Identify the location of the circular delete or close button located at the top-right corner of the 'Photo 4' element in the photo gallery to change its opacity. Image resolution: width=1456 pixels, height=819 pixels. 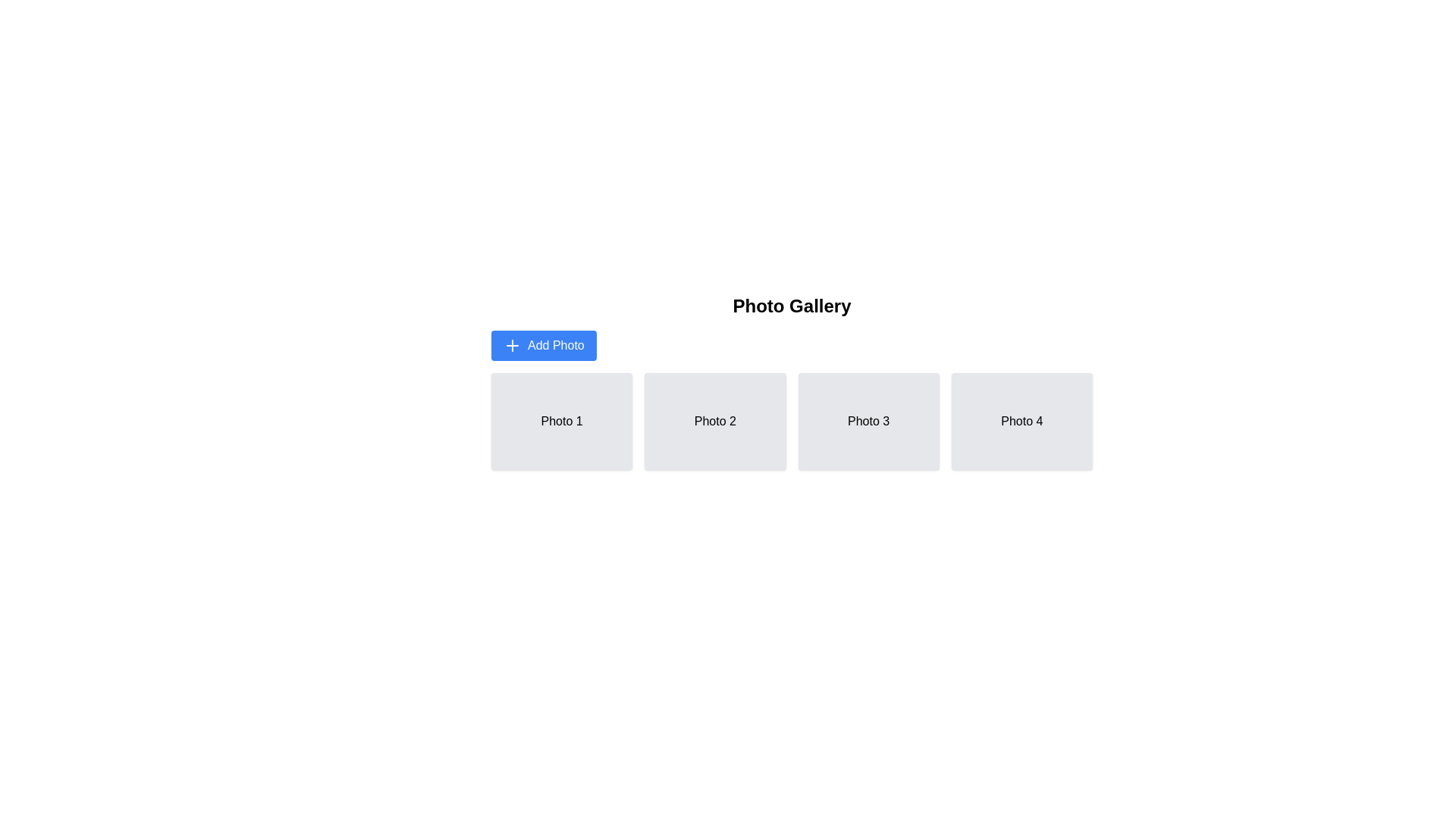
(1080, 384).